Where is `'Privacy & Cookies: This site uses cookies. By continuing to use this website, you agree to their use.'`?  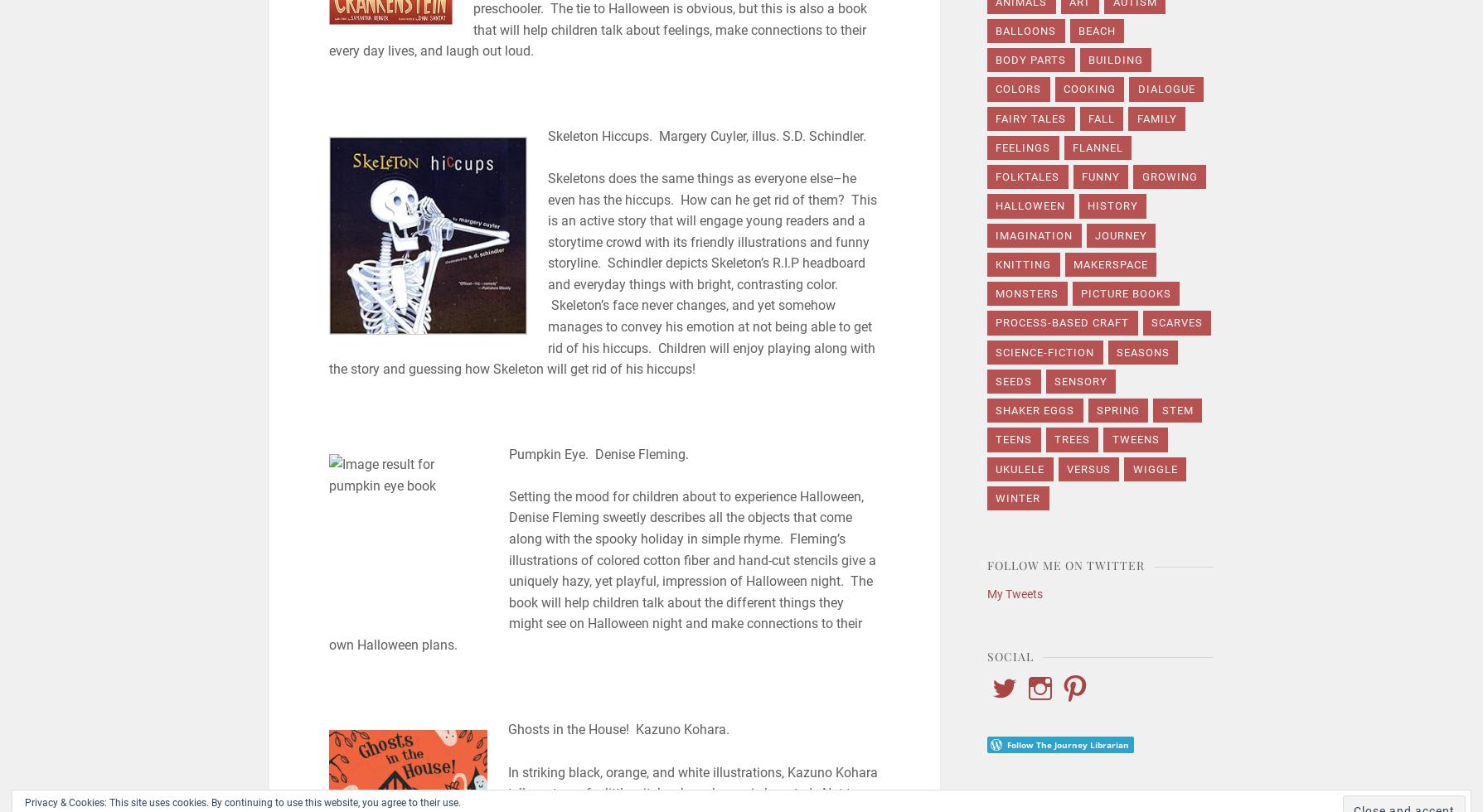
'Privacy & Cookies: This site uses cookies. By continuing to use this website, you agree to their use.' is located at coordinates (243, 803).